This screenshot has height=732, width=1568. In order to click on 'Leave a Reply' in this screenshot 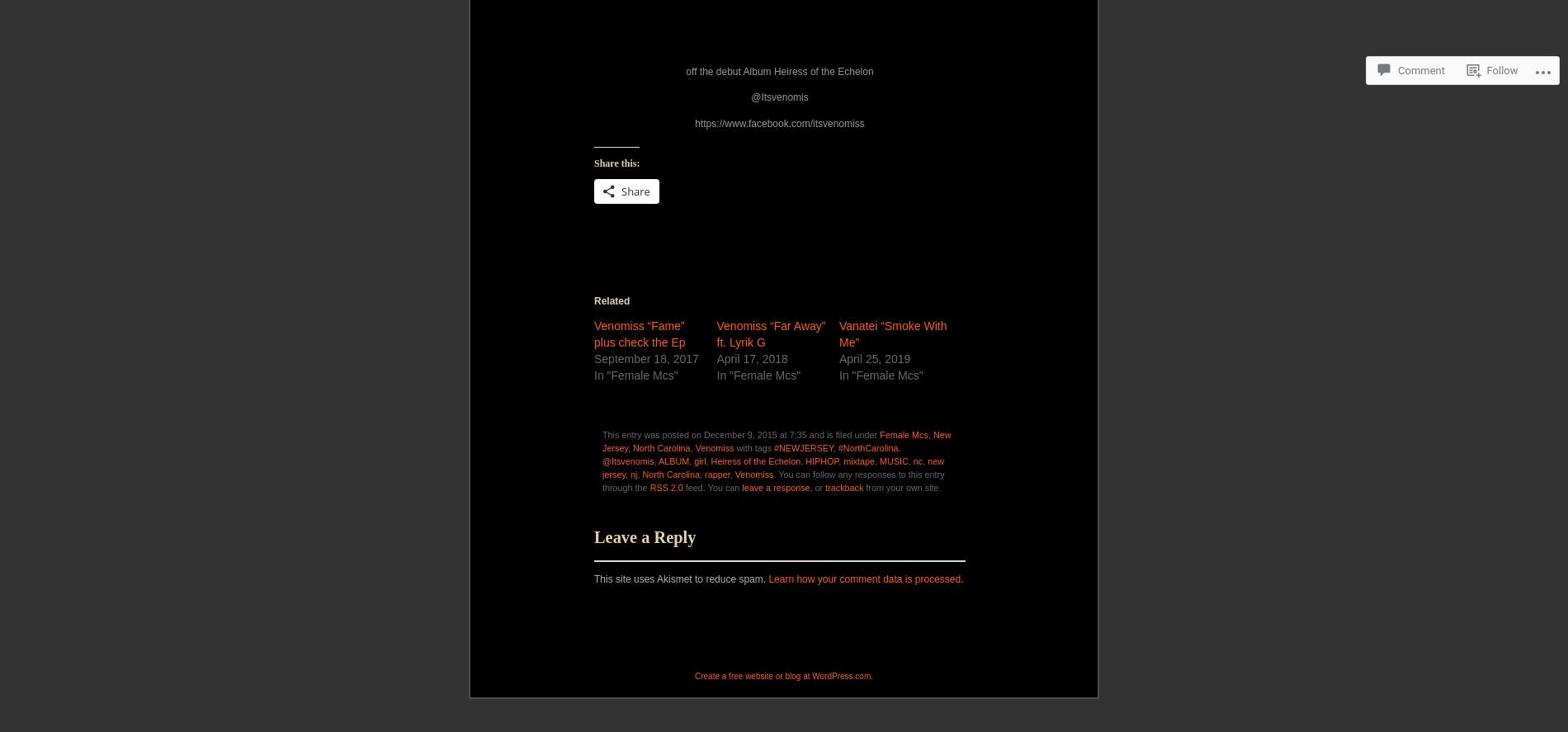, I will do `click(644, 536)`.